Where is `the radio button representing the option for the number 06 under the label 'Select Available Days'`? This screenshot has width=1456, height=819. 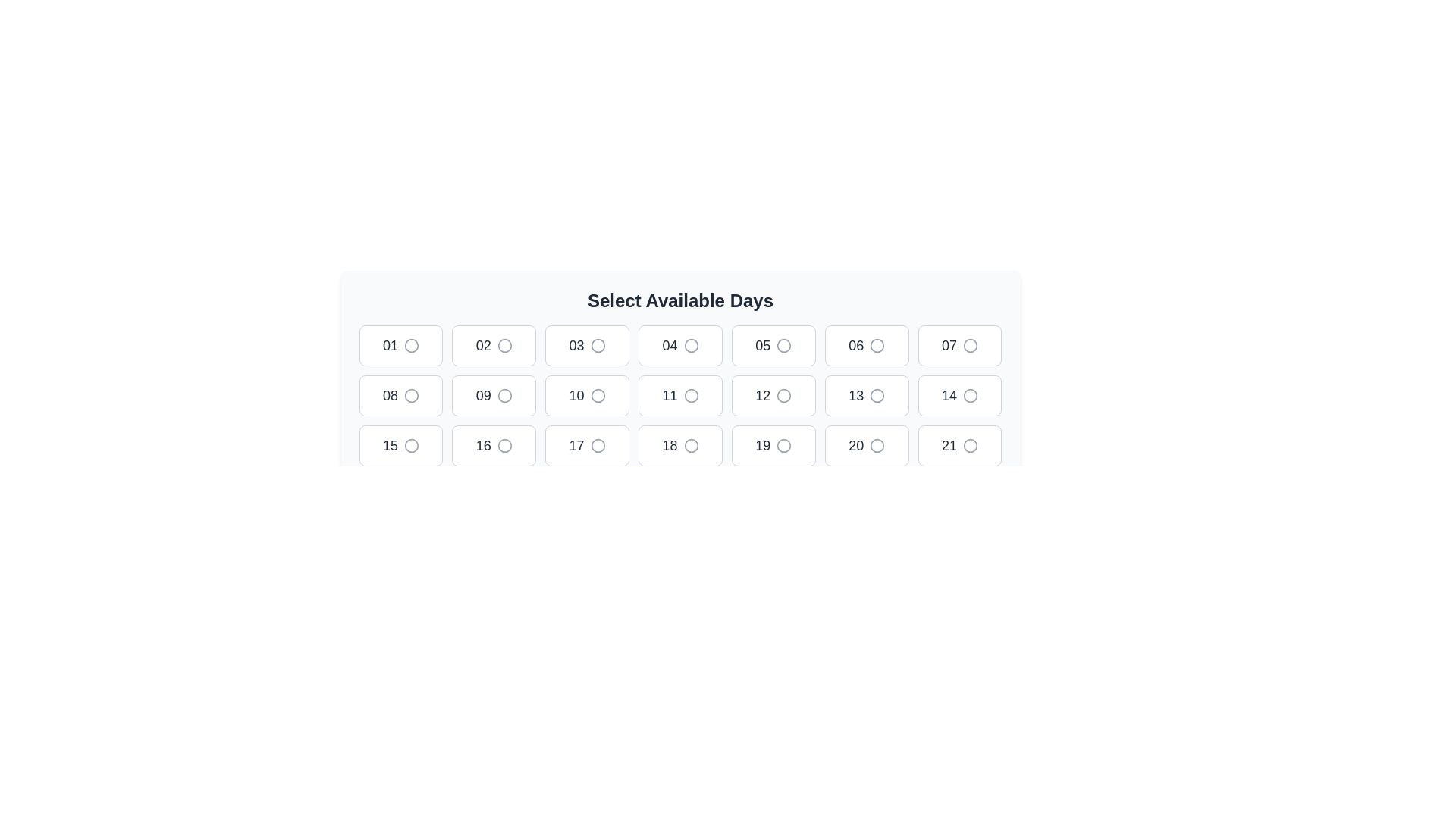 the radio button representing the option for the number 06 under the label 'Select Available Days' is located at coordinates (877, 345).